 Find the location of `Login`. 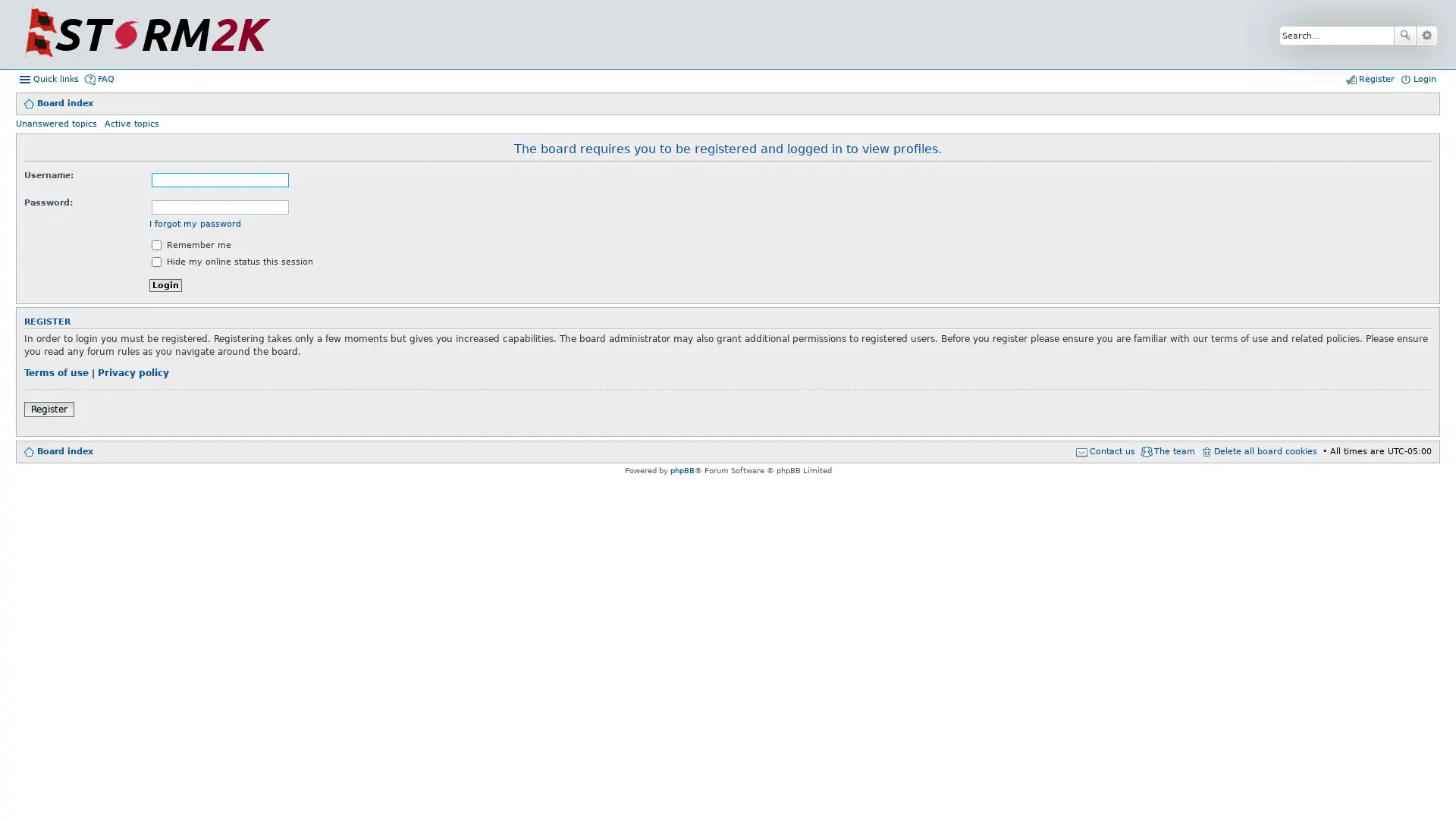

Login is located at coordinates (165, 285).